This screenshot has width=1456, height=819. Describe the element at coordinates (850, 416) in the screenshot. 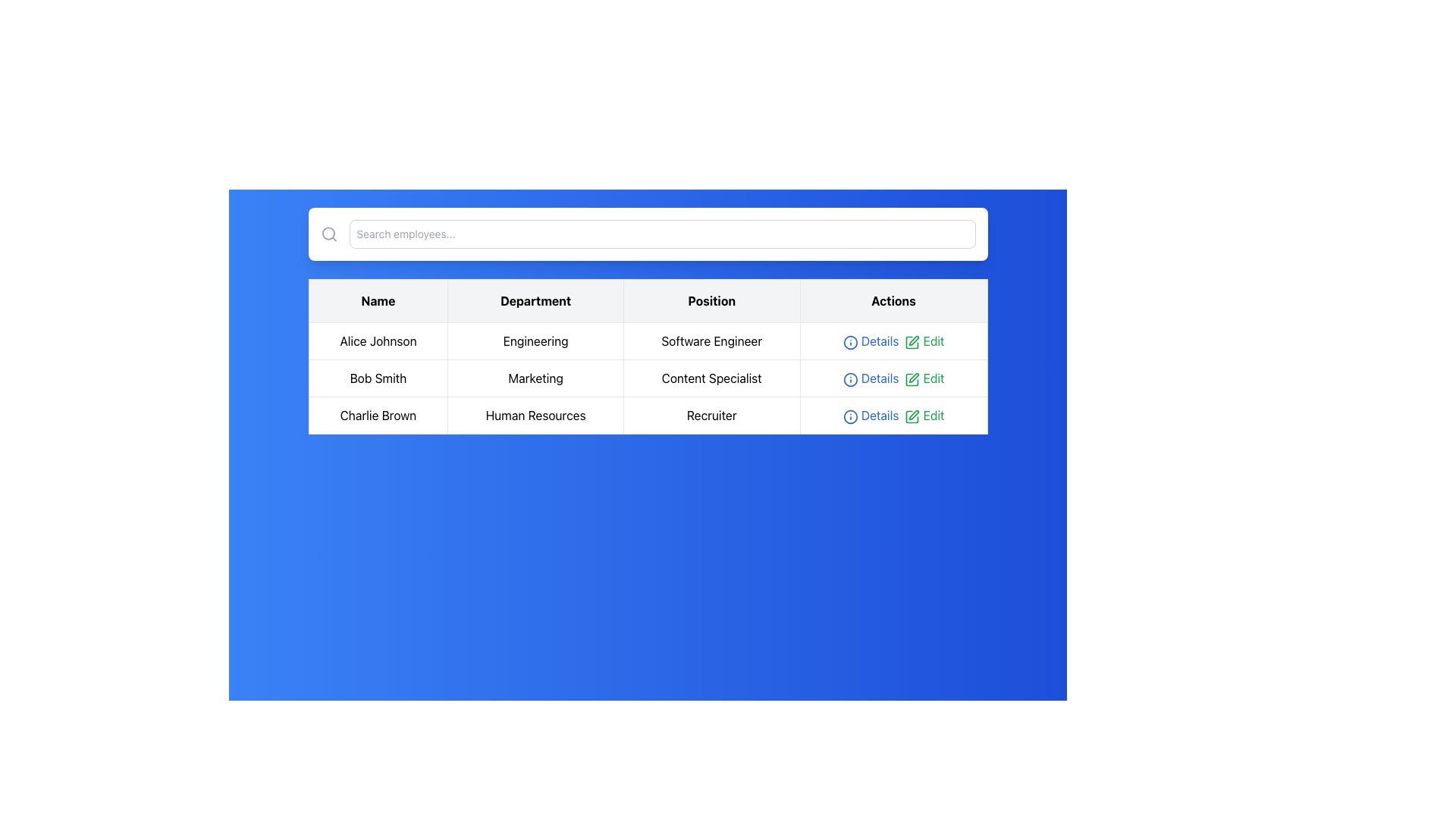

I see `the circular information icon with a blue stroke located in the Actions column of the third row table, adjacent to the 'Details' text` at that location.